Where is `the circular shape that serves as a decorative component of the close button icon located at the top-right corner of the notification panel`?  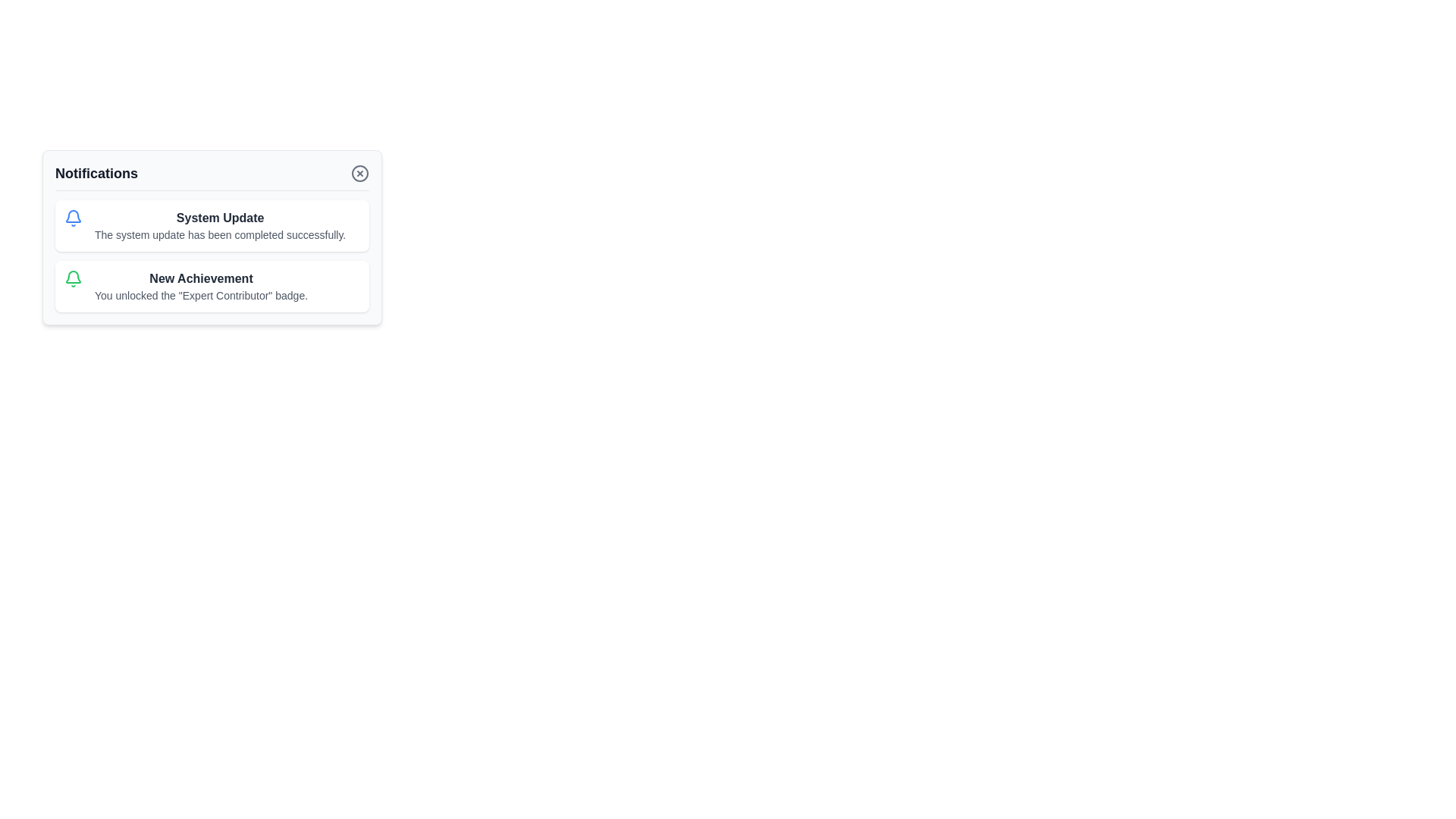
the circular shape that serves as a decorative component of the close button icon located at the top-right corner of the notification panel is located at coordinates (359, 172).